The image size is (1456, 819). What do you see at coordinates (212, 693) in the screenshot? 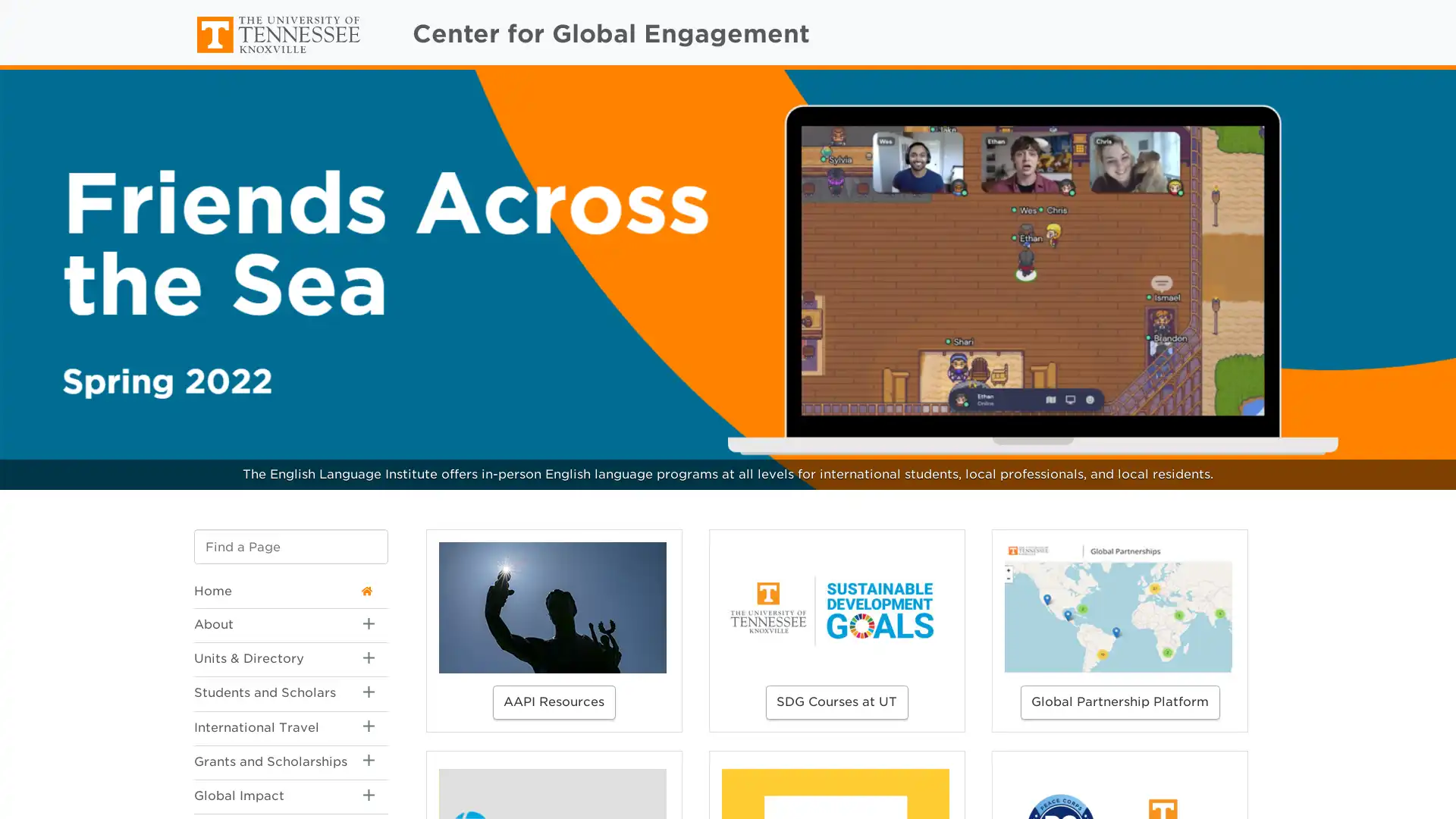
I see `Toggle Sub Menu` at bounding box center [212, 693].